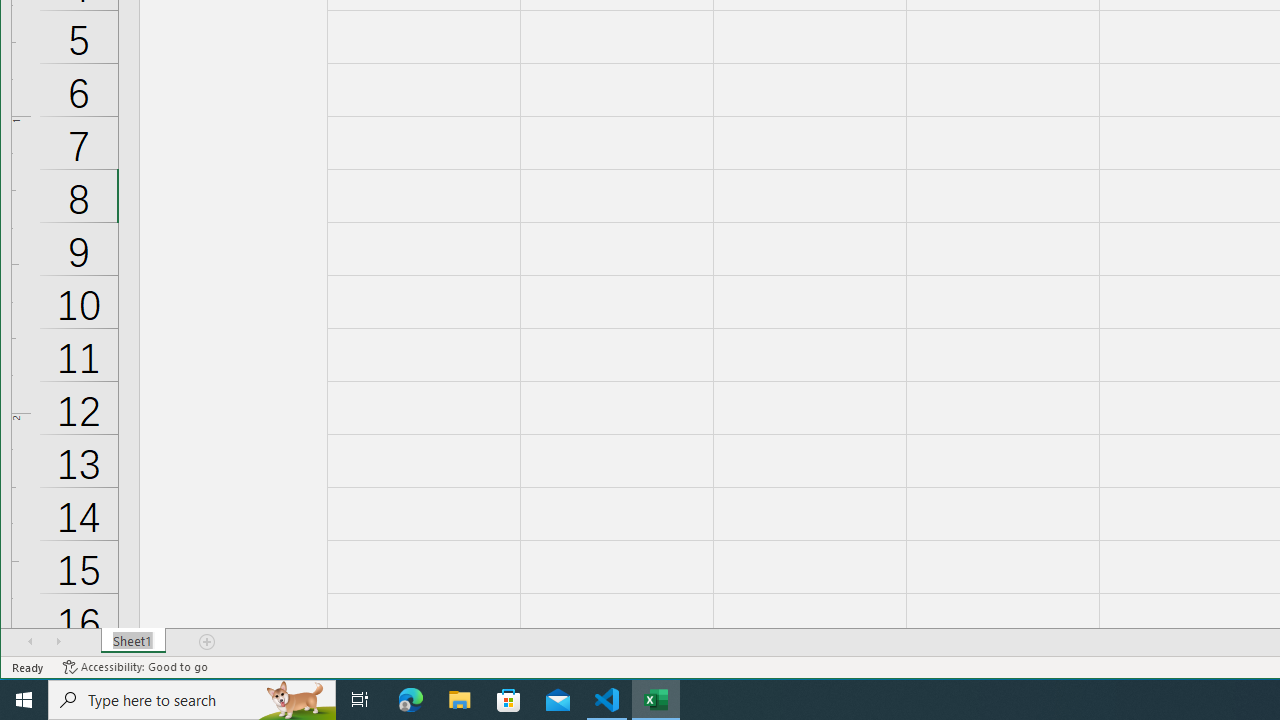  I want to click on 'Task View', so click(359, 698).